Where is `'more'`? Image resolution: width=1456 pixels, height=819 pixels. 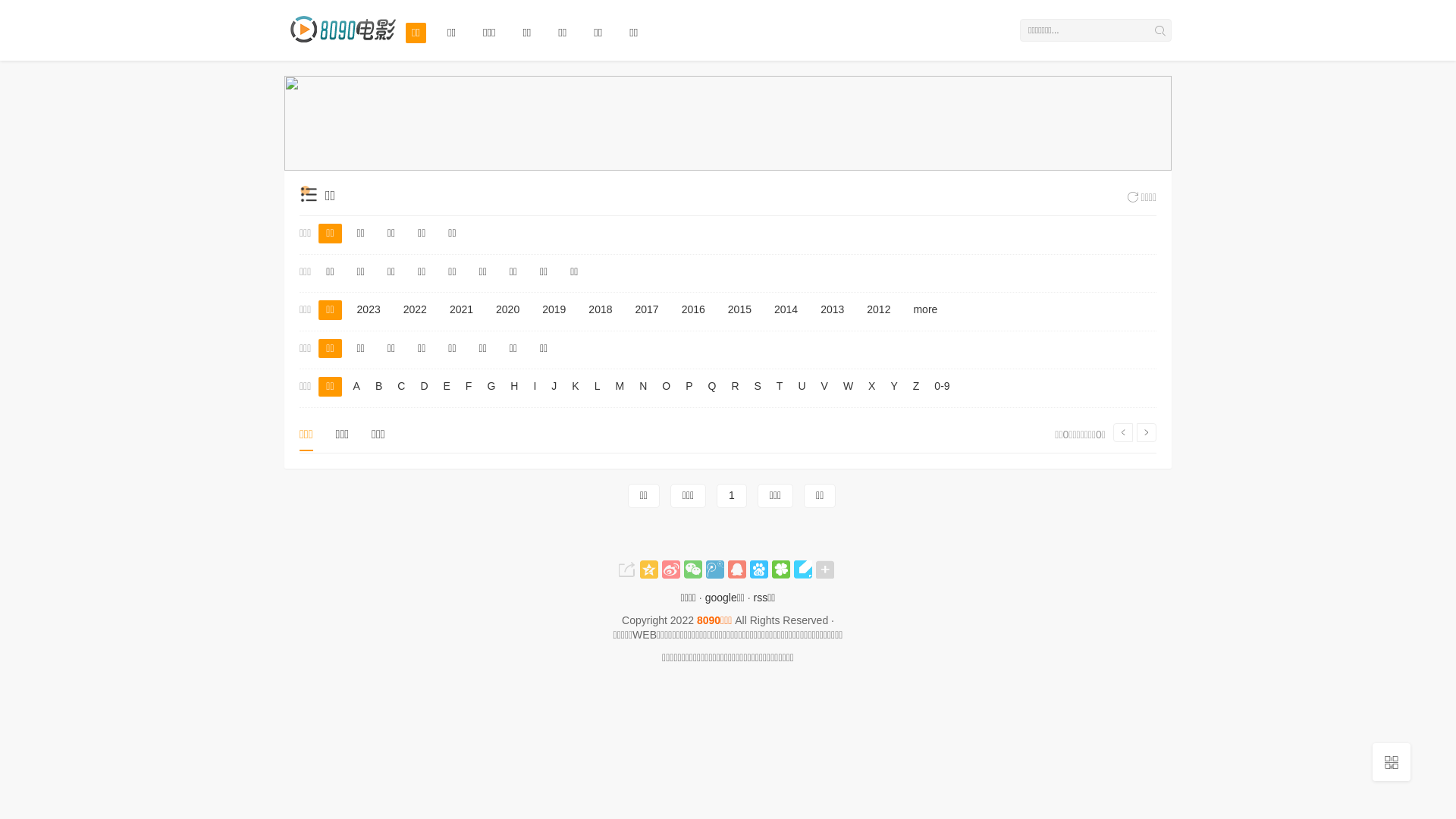 'more' is located at coordinates (905, 309).